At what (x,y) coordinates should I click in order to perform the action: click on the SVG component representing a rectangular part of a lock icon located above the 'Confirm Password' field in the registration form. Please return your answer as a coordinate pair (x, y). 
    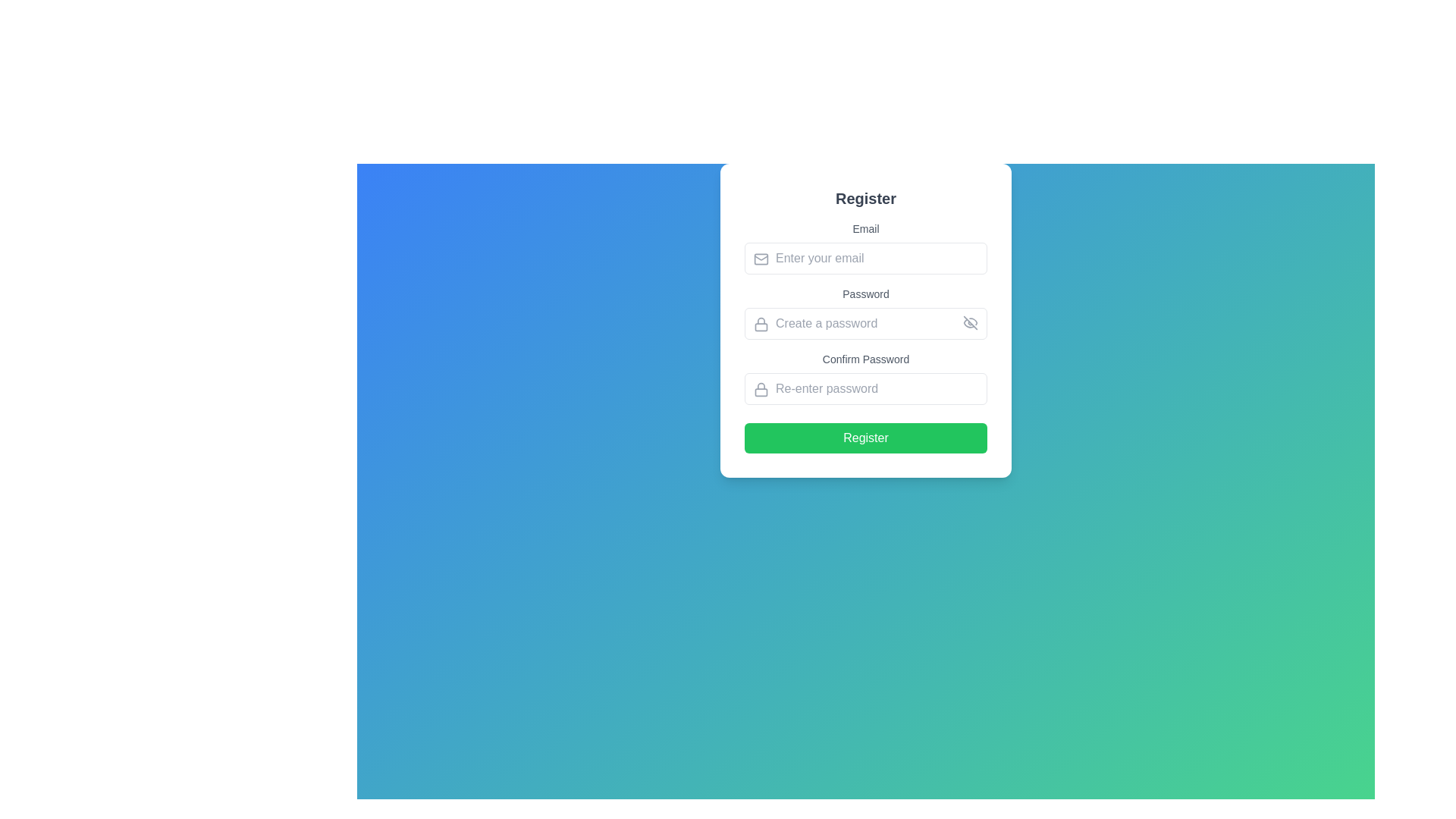
    Looking at the image, I should click on (761, 391).